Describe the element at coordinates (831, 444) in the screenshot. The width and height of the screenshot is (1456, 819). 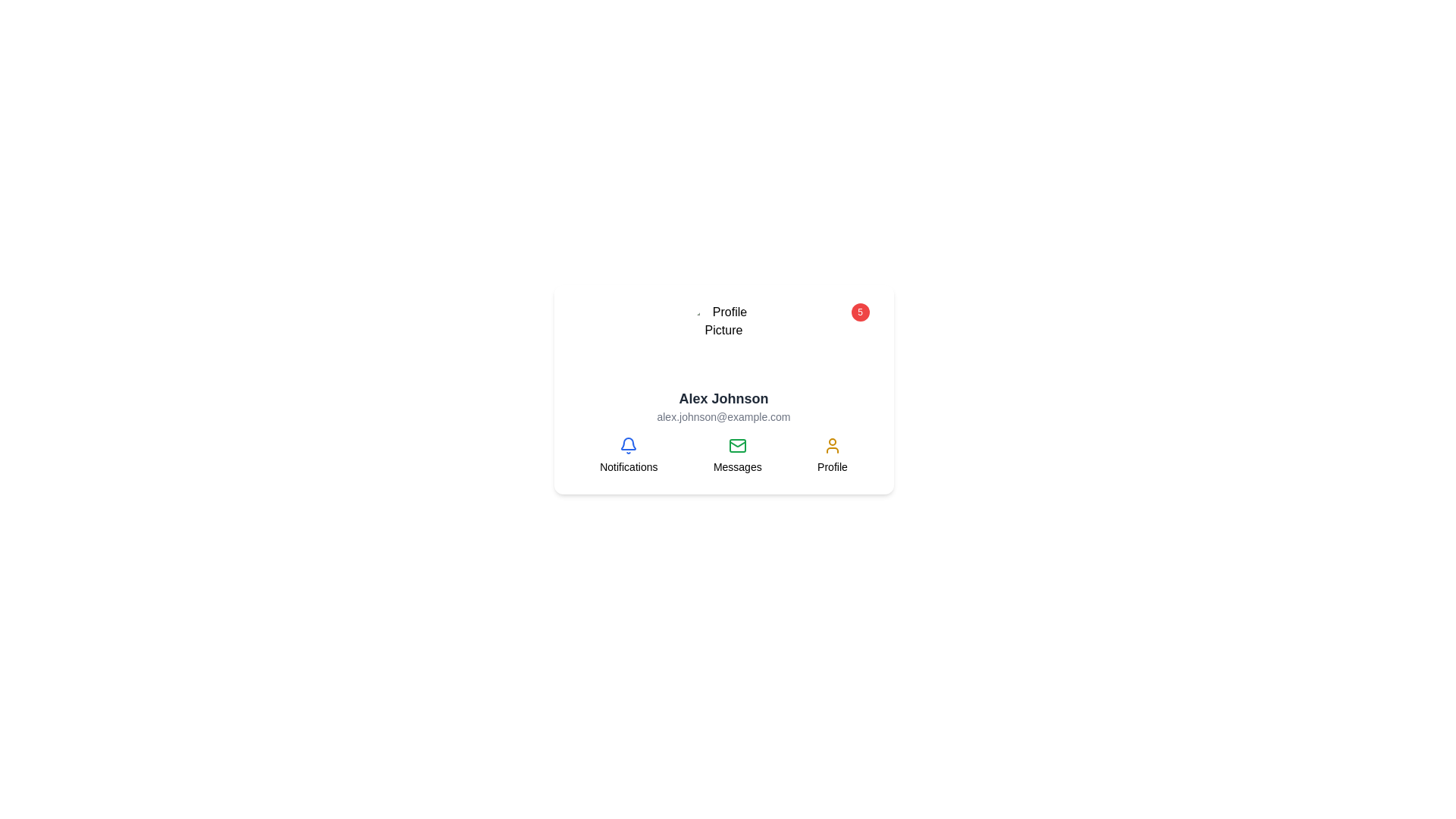
I see `the profile icon located centrally above the 'Profile' label` at that location.